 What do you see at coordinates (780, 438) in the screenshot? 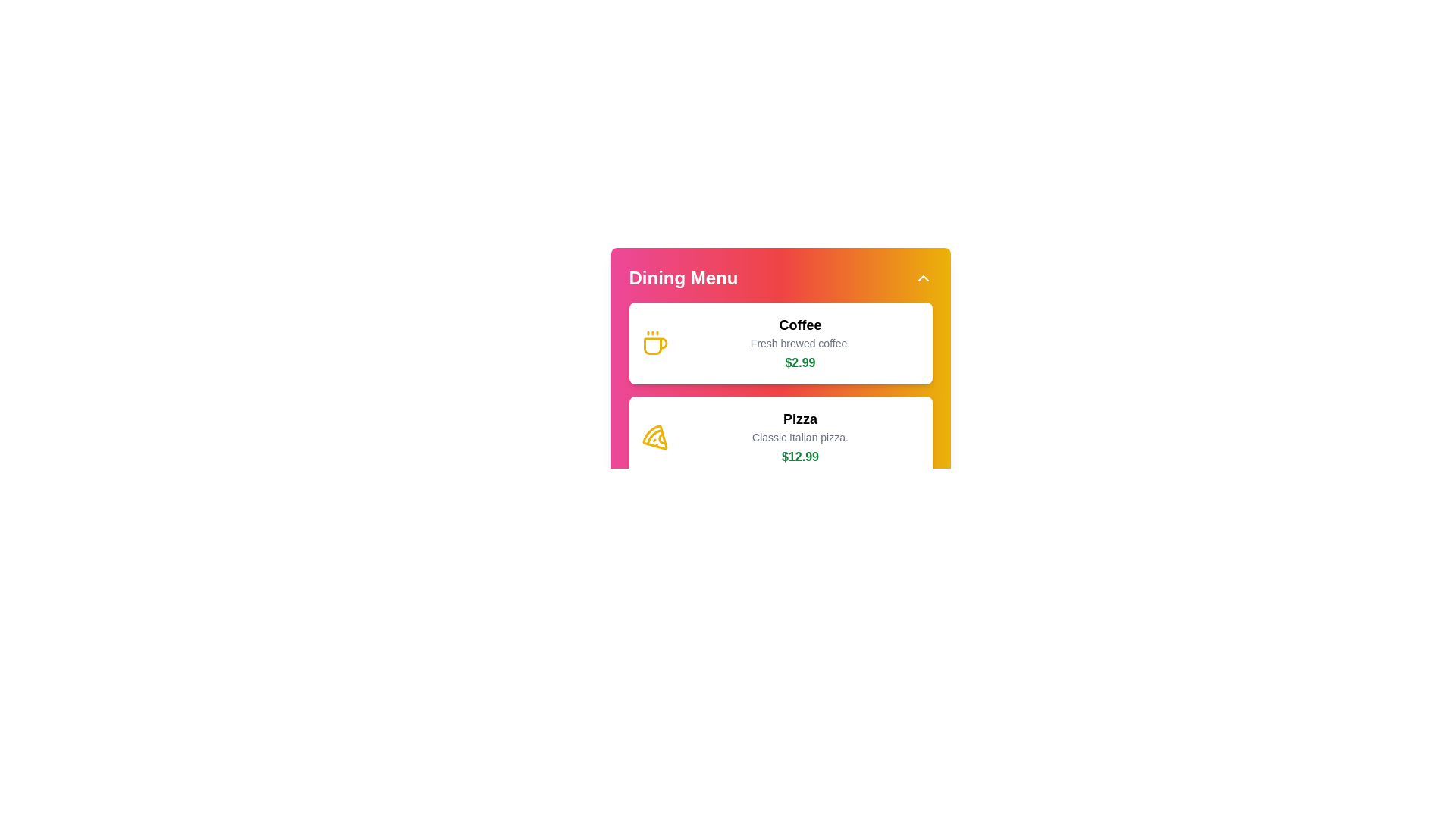
I see `the menu item Pizza to view its details` at bounding box center [780, 438].